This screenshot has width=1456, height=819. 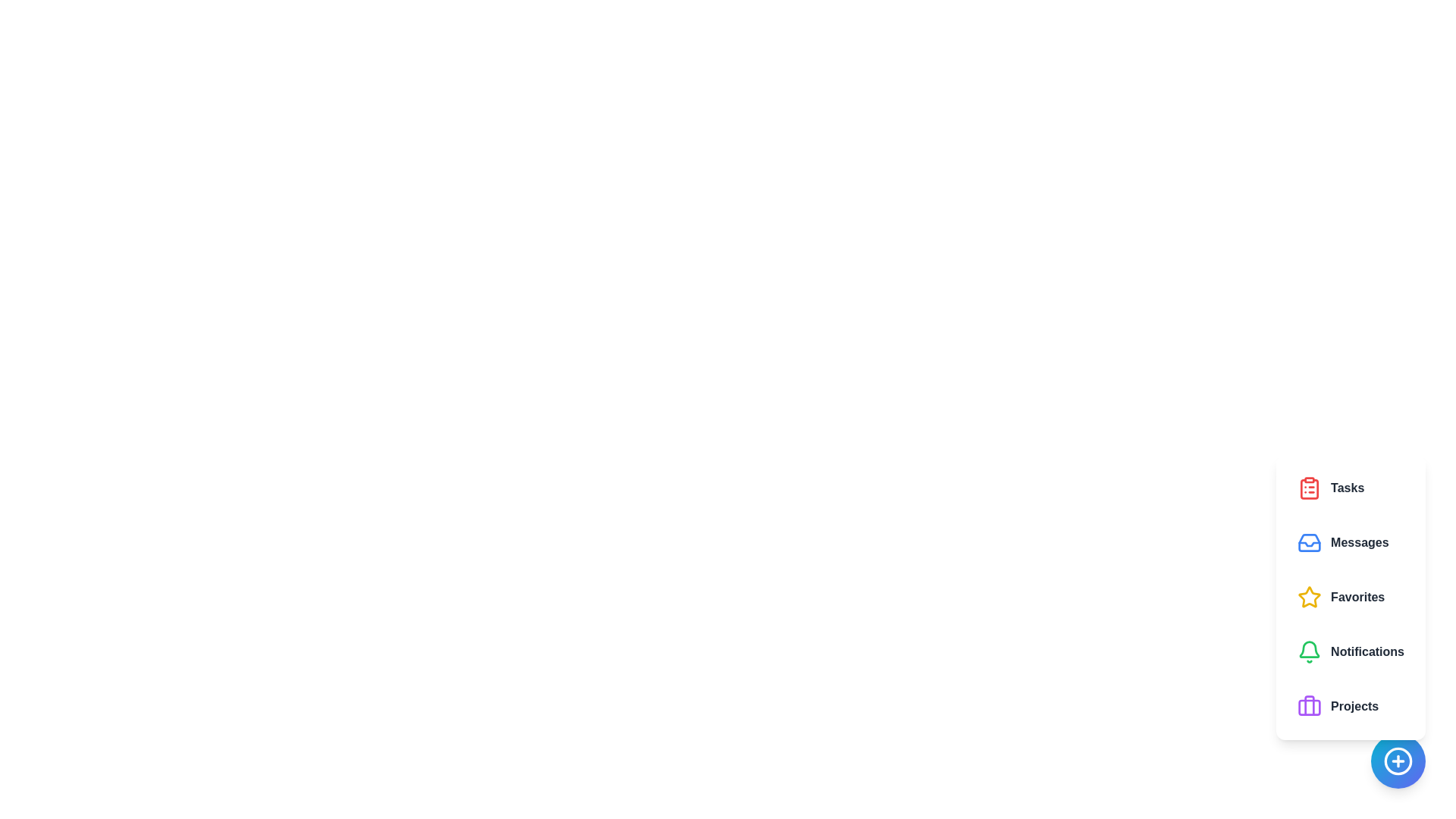 What do you see at coordinates (1351, 707) in the screenshot?
I see `the button labeled Projects to observe visual feedback` at bounding box center [1351, 707].